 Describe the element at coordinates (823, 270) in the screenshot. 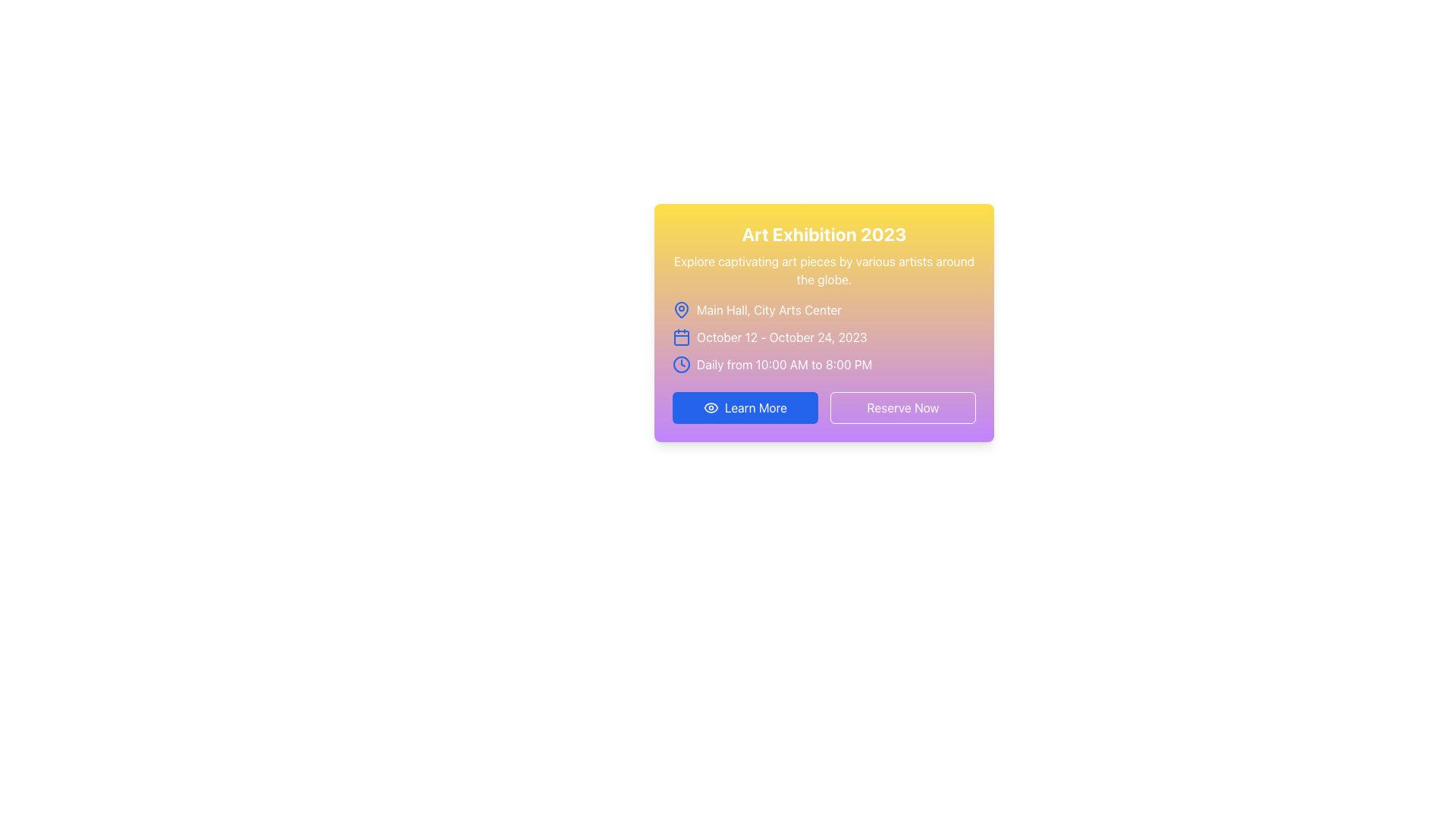

I see `the text block that provides a brief description of the art exhibition, located below the title 'Art Exhibition 2023' within a prominent card` at that location.